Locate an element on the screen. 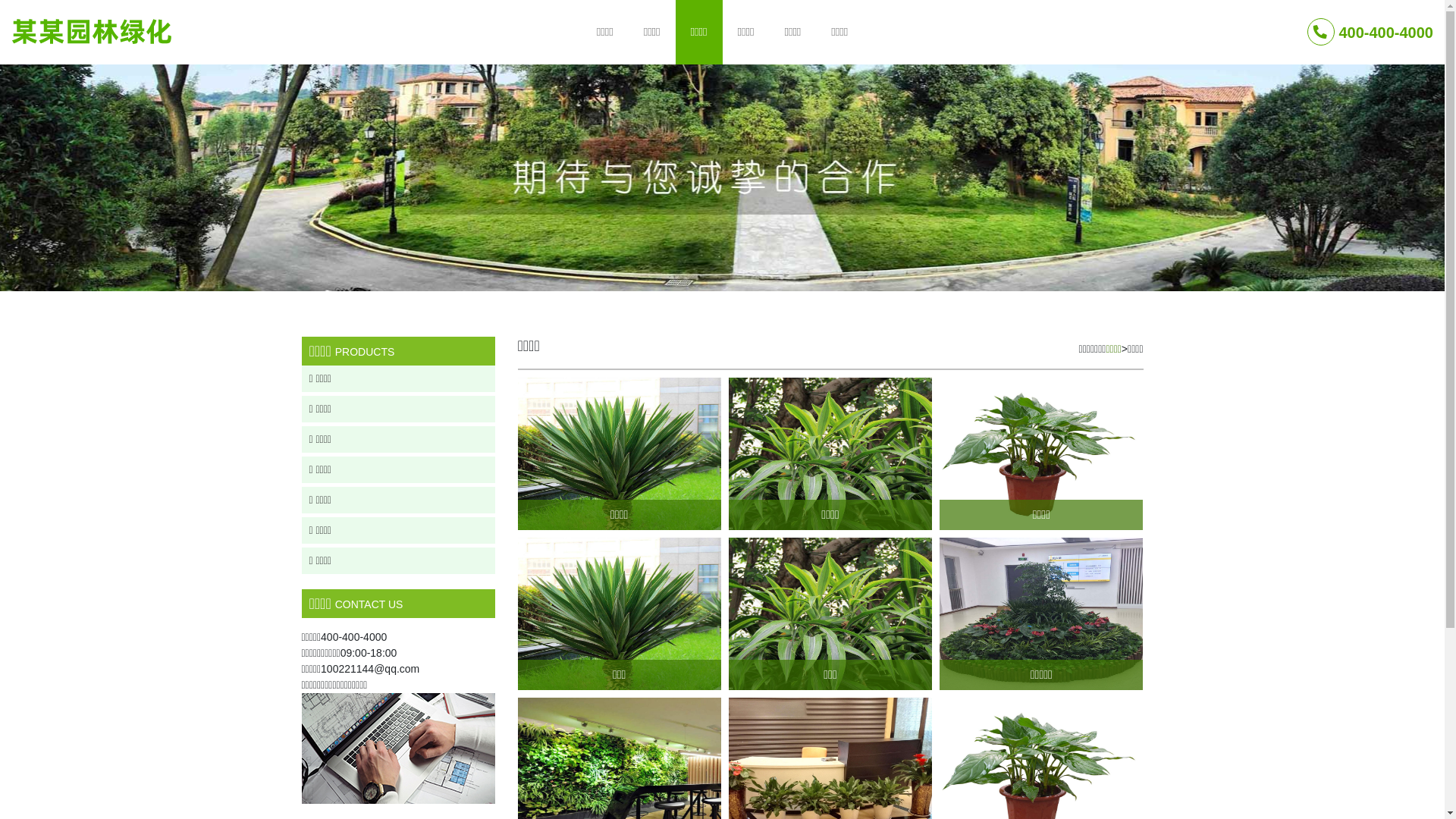  '400-400-4000' is located at coordinates (1370, 32).